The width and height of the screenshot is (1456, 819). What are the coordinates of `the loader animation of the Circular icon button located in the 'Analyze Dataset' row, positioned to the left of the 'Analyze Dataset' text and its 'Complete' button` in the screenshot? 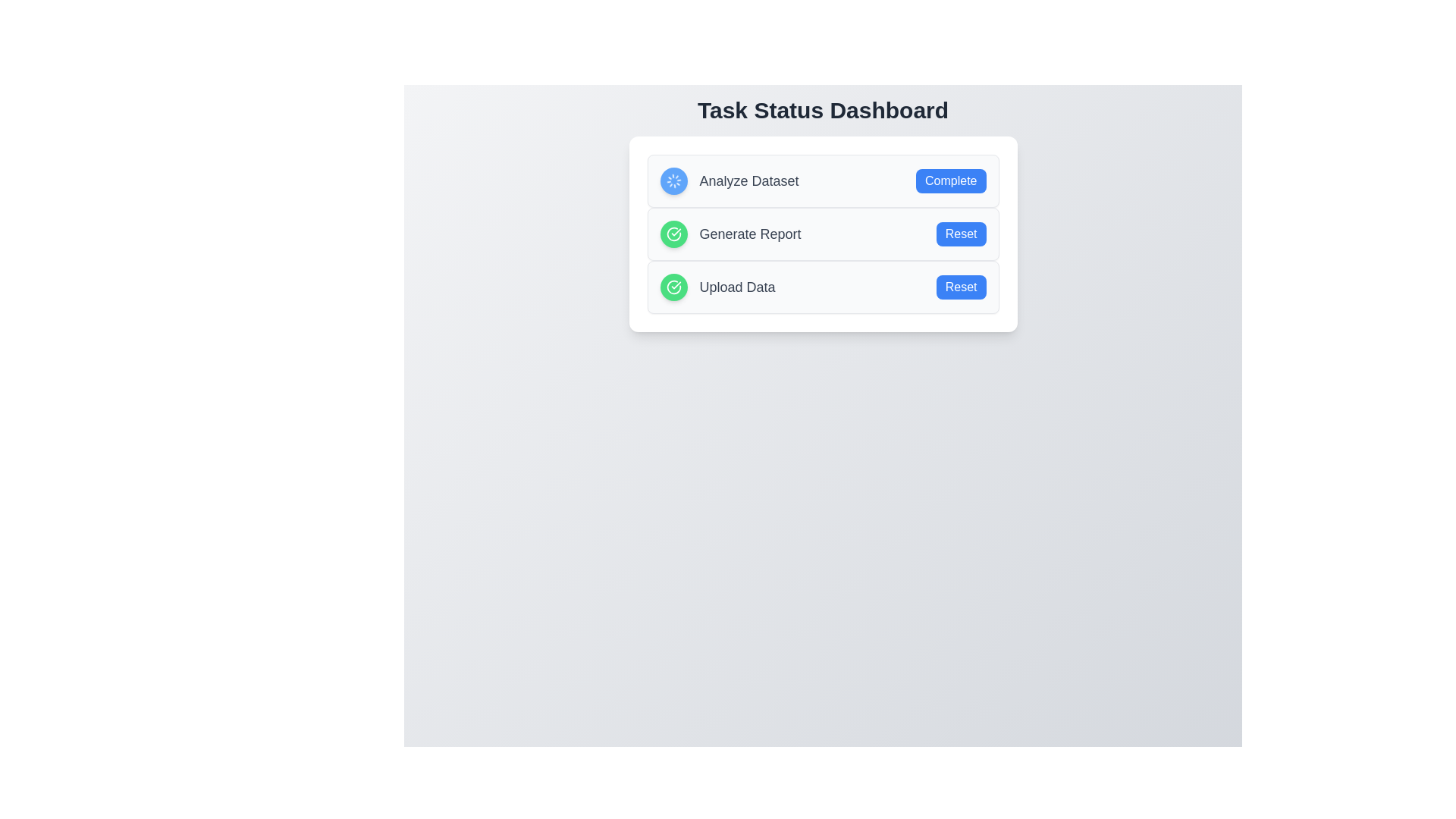 It's located at (673, 180).